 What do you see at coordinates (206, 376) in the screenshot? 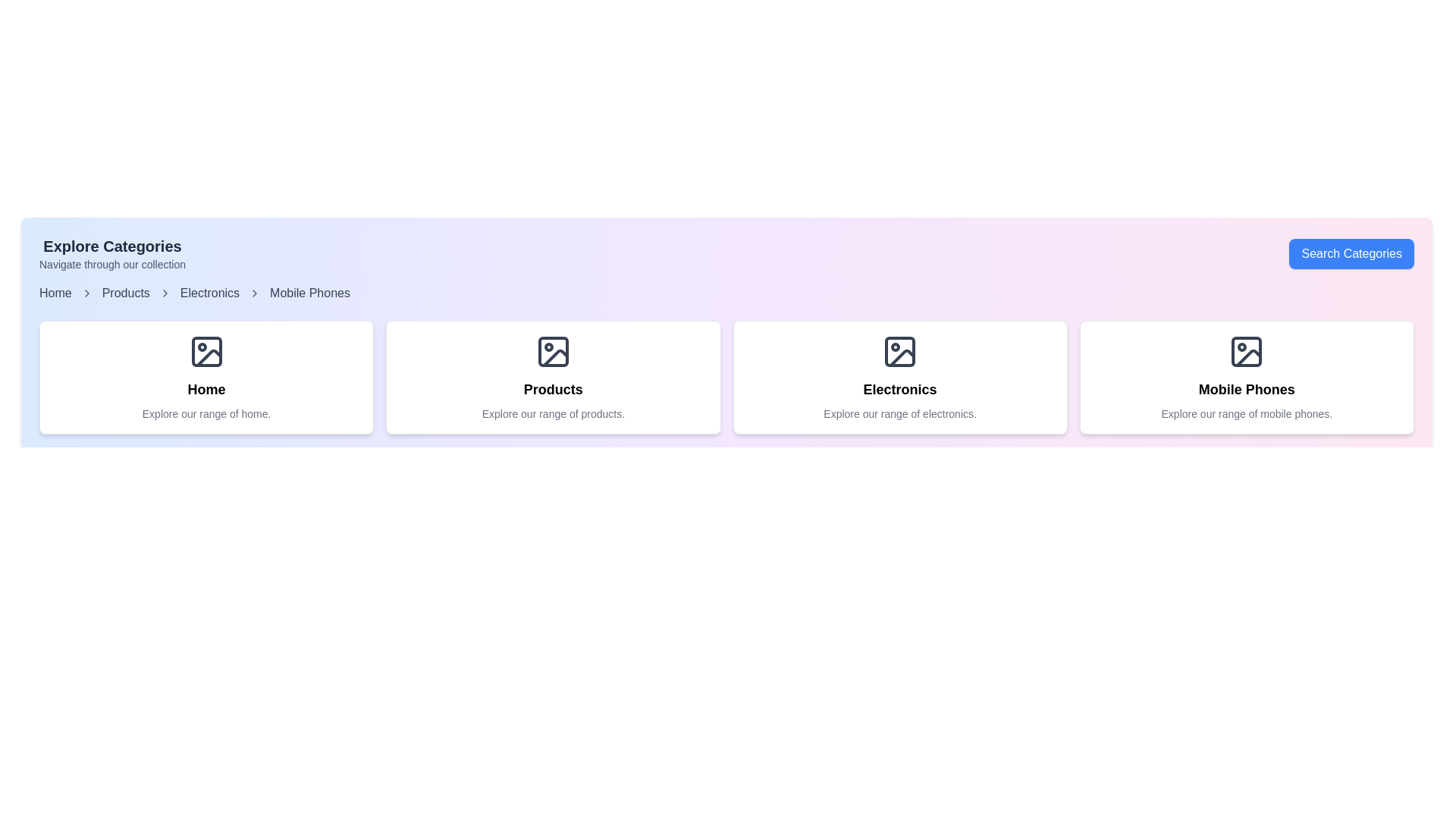
I see `the first clickable card in the 'Explore Categories' section` at bounding box center [206, 376].